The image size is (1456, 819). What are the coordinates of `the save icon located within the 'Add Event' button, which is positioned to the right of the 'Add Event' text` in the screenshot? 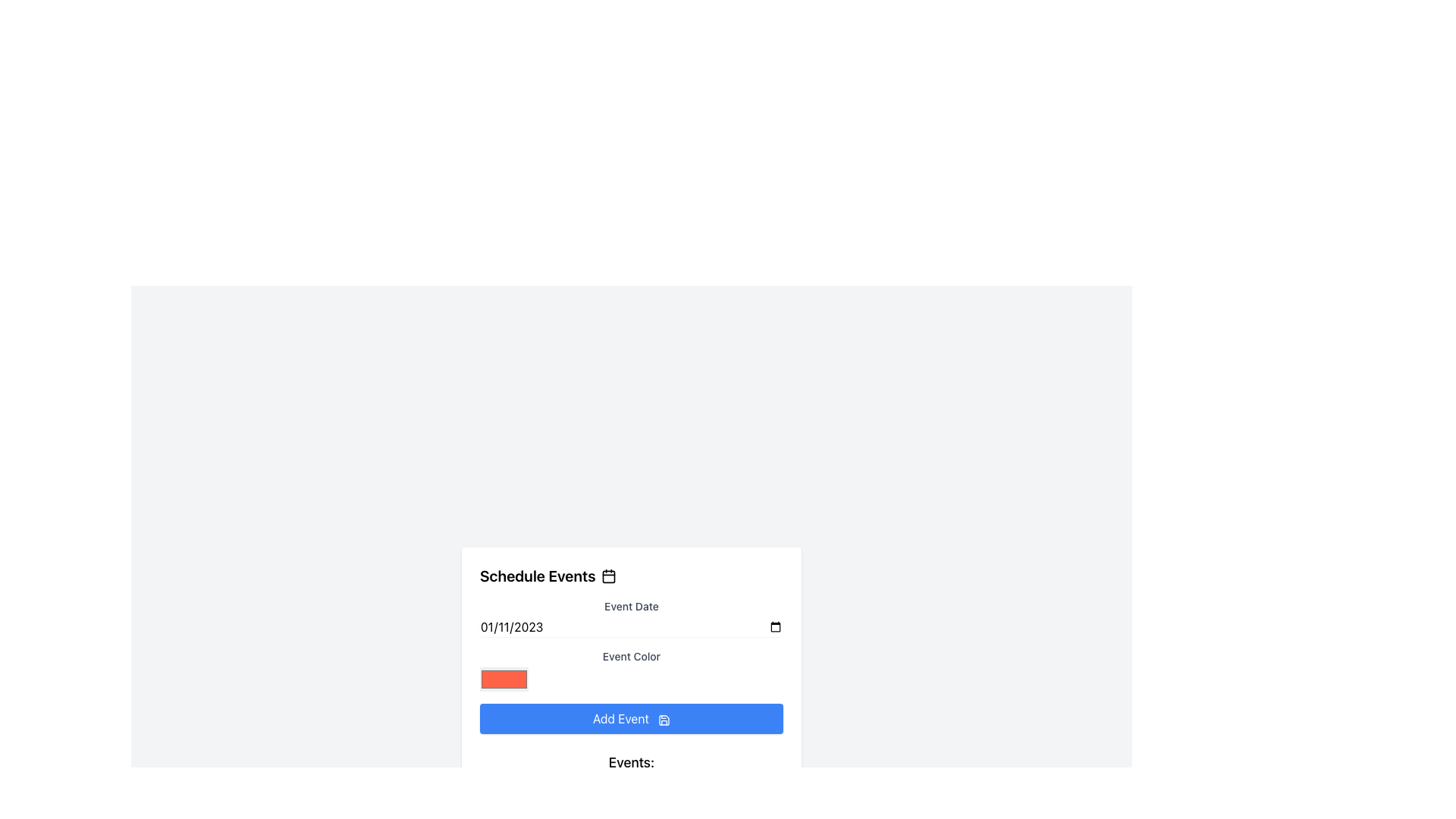 It's located at (664, 718).